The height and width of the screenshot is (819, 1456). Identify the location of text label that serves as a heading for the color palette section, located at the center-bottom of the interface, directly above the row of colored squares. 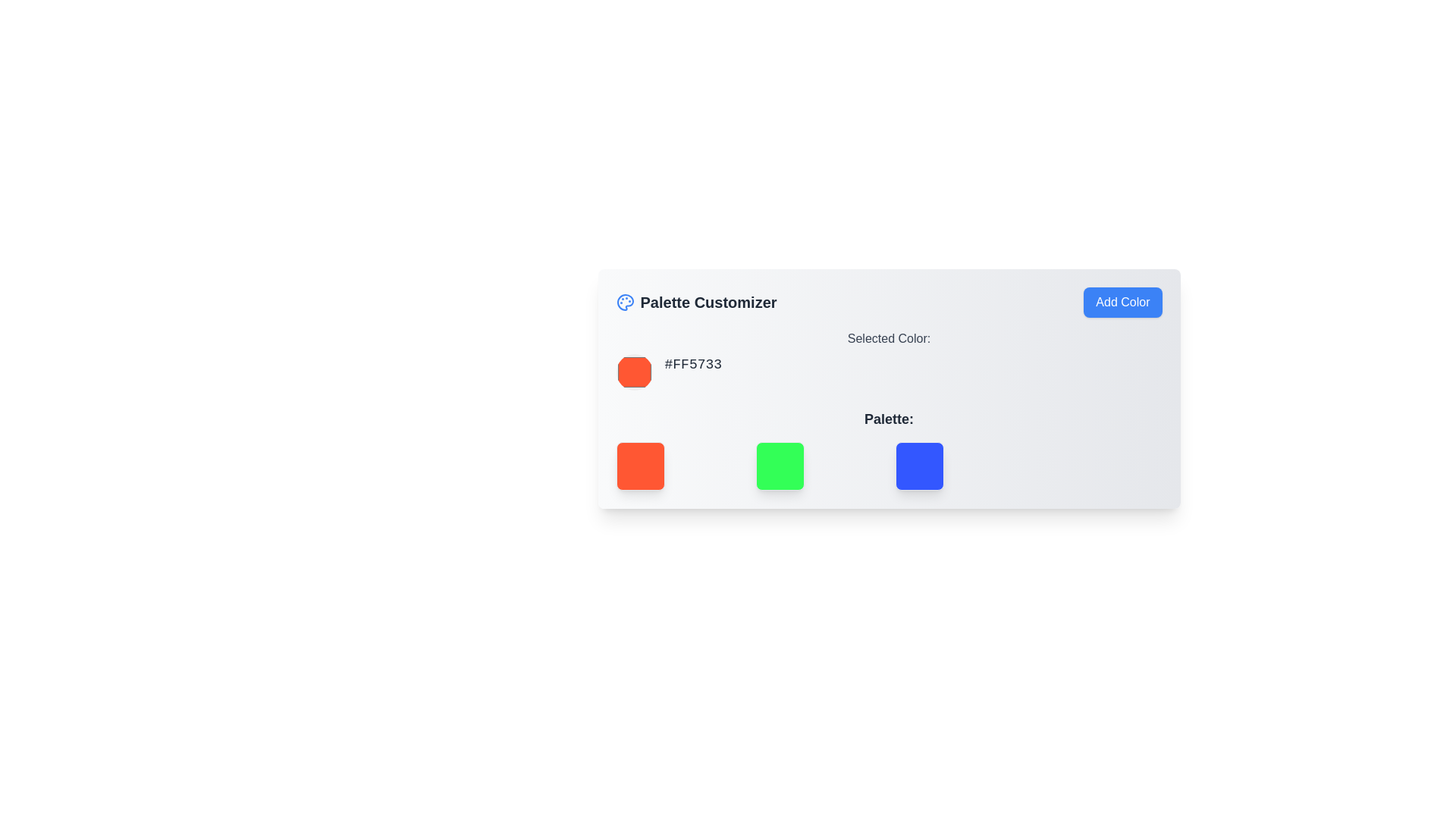
(889, 419).